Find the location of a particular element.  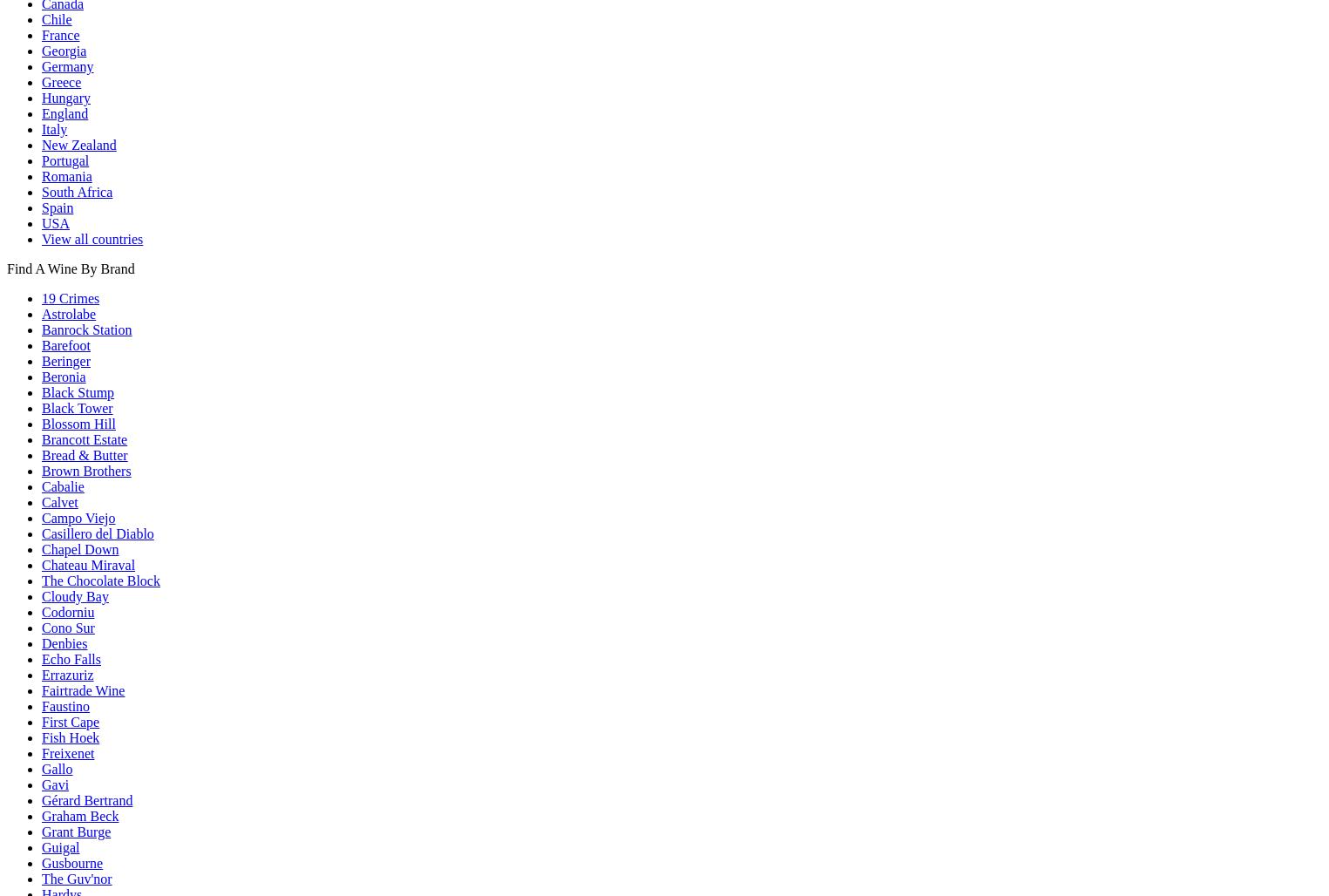

'Chile' is located at coordinates (56, 18).